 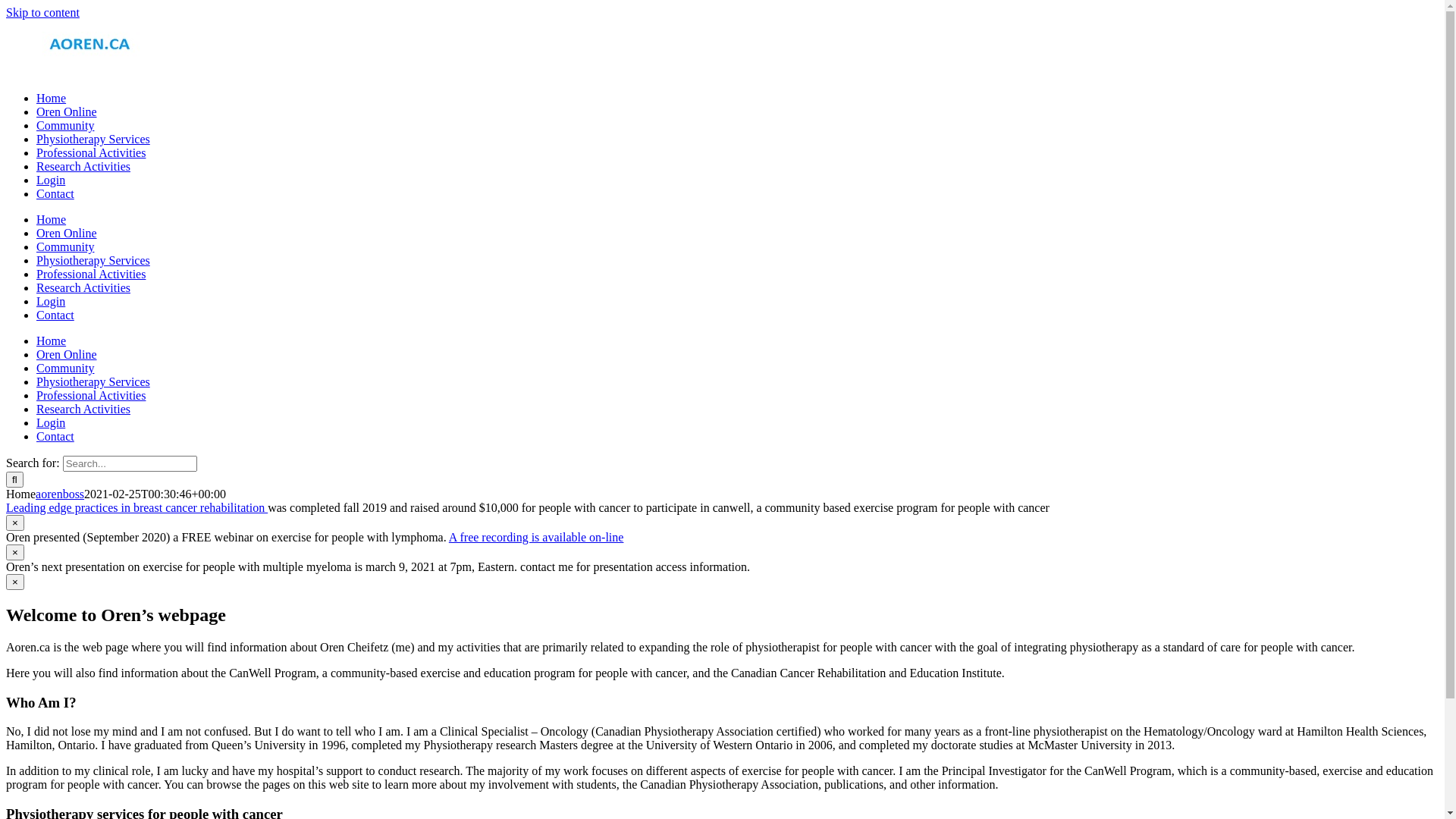 What do you see at coordinates (36, 301) in the screenshot?
I see `'Login'` at bounding box center [36, 301].